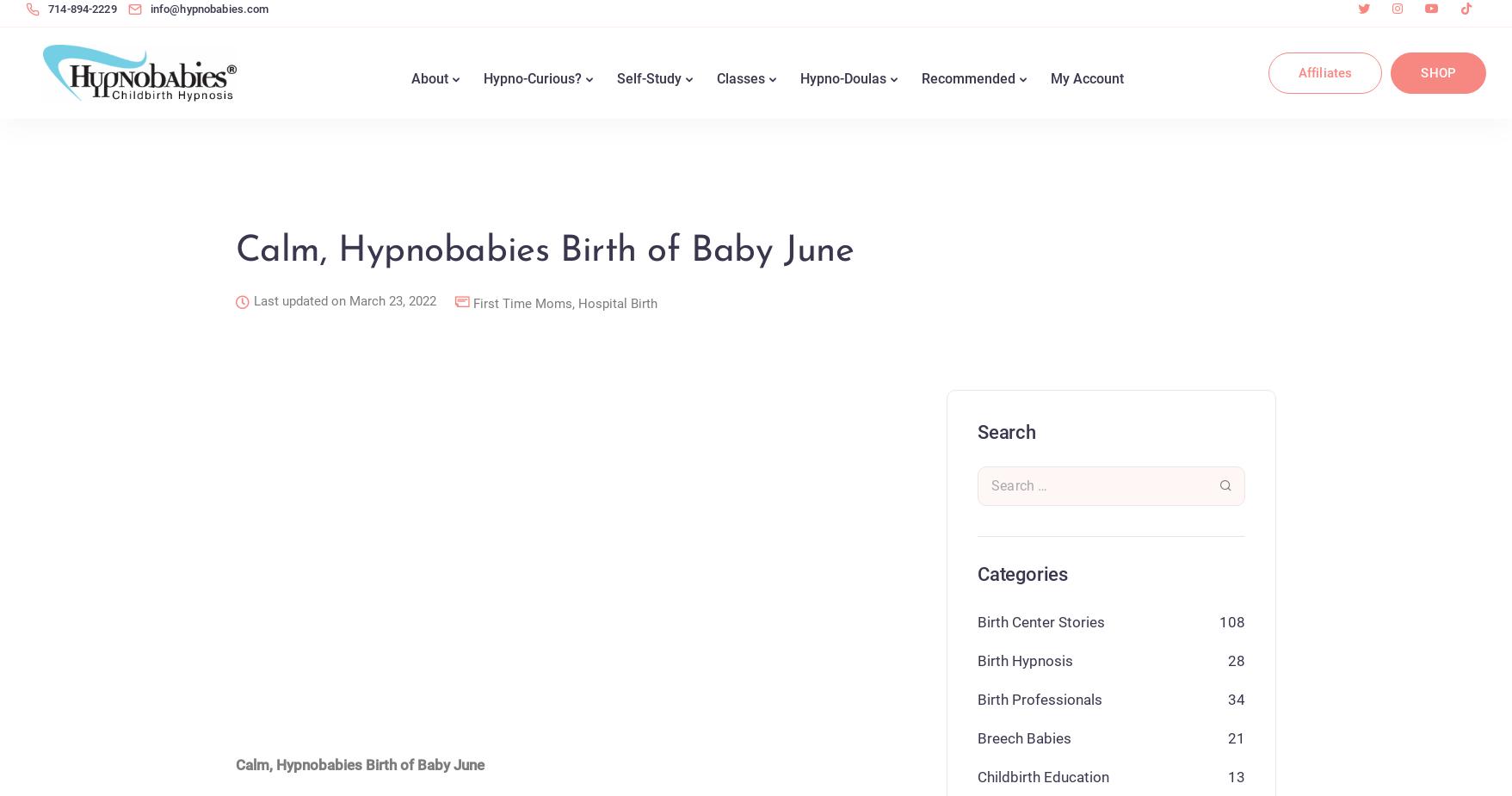 The image size is (1512, 796). Describe the element at coordinates (787, 488) in the screenshot. I see `'Hypnobabies Instructor Testimonials'` at that location.